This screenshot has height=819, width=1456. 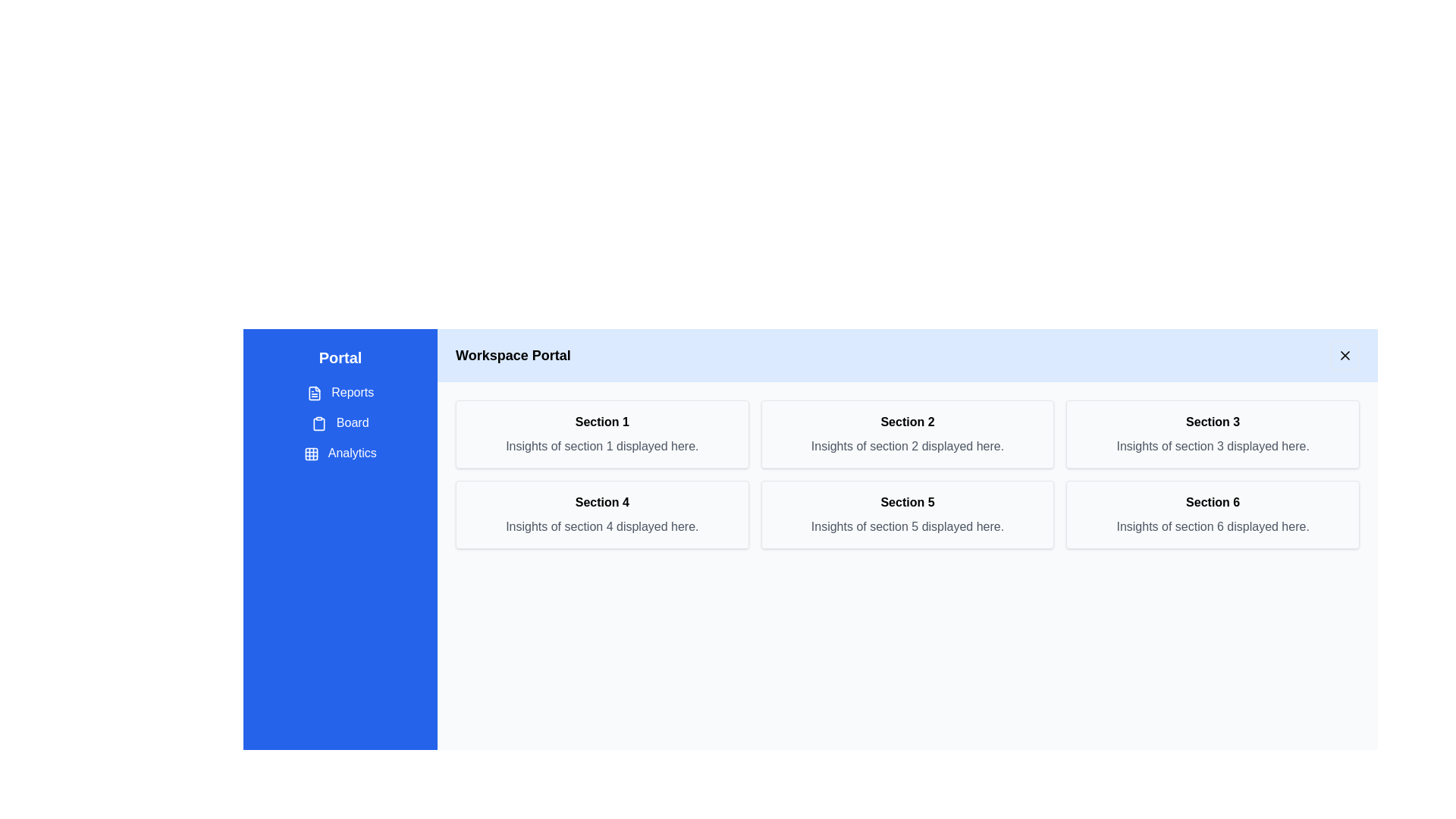 I want to click on the bold title text 'Section 4' located in the second row, first column of the card layout, so click(x=601, y=503).